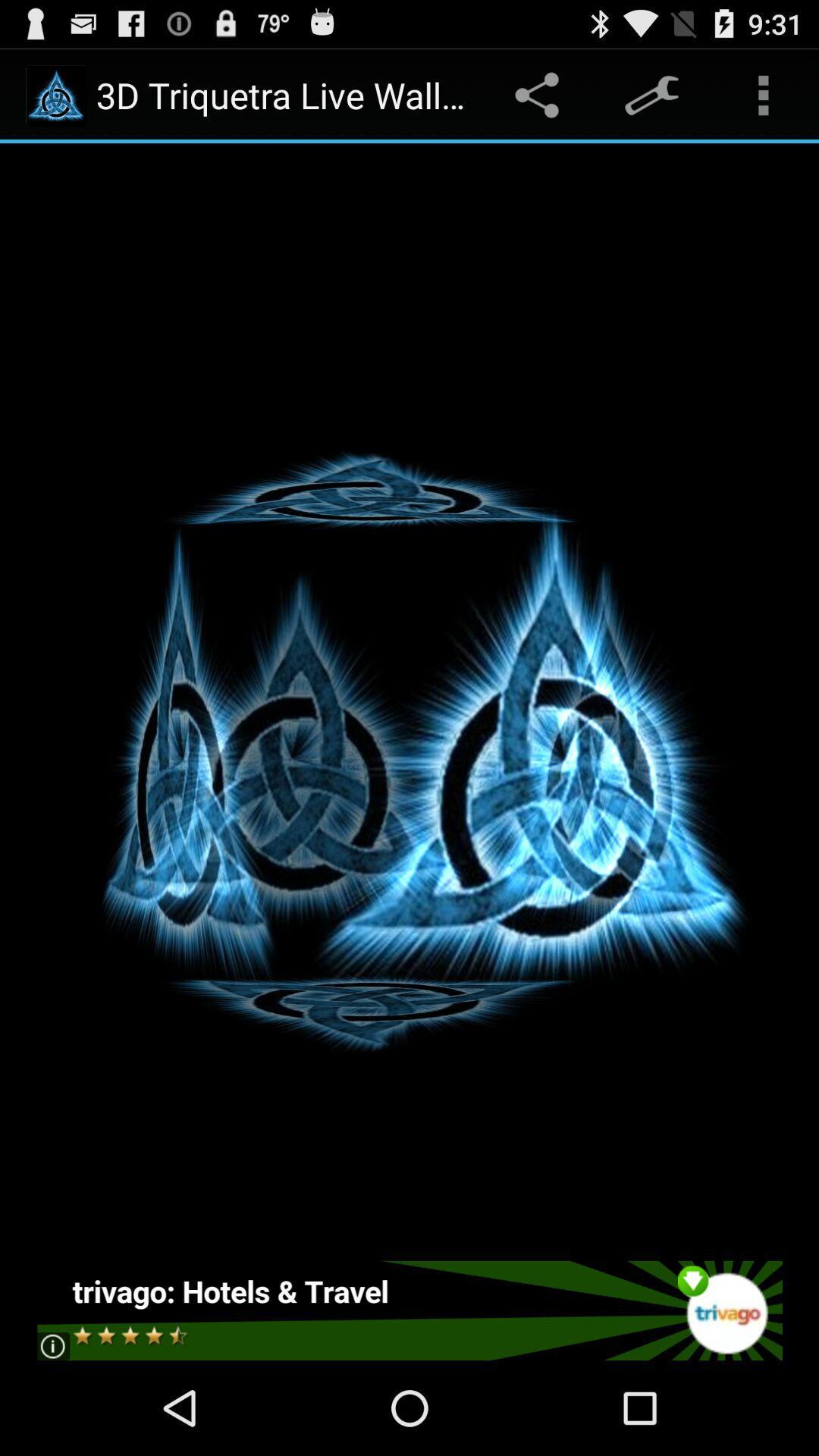 The image size is (819, 1456). What do you see at coordinates (539, 94) in the screenshot?
I see `icon next to the 3d triquetra live icon` at bounding box center [539, 94].